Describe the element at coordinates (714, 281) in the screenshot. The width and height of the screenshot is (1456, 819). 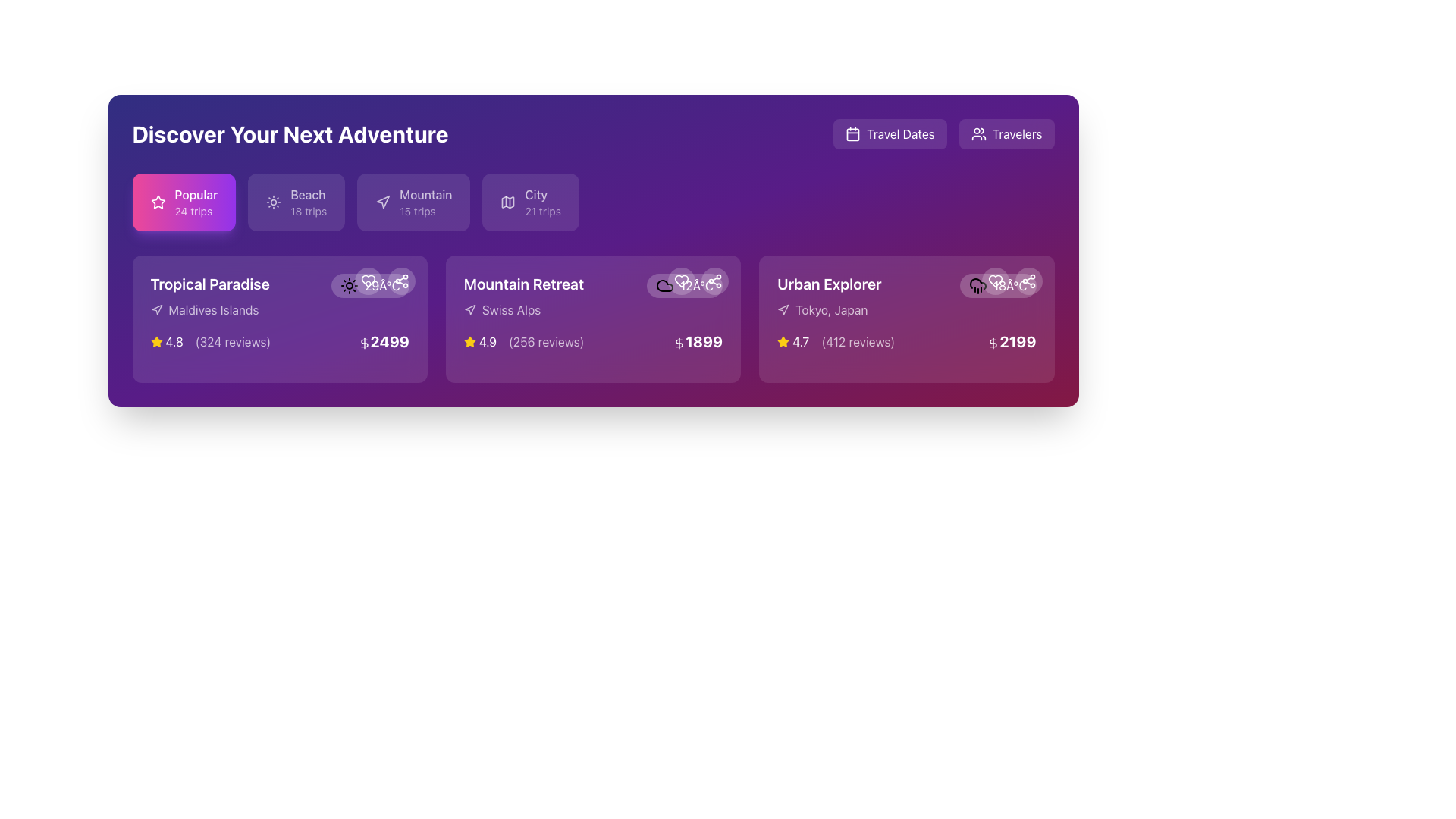
I see `the circular share button with a semi-transparent white background located in the top-right corner of the 'Mountain Retreat' card` at that location.